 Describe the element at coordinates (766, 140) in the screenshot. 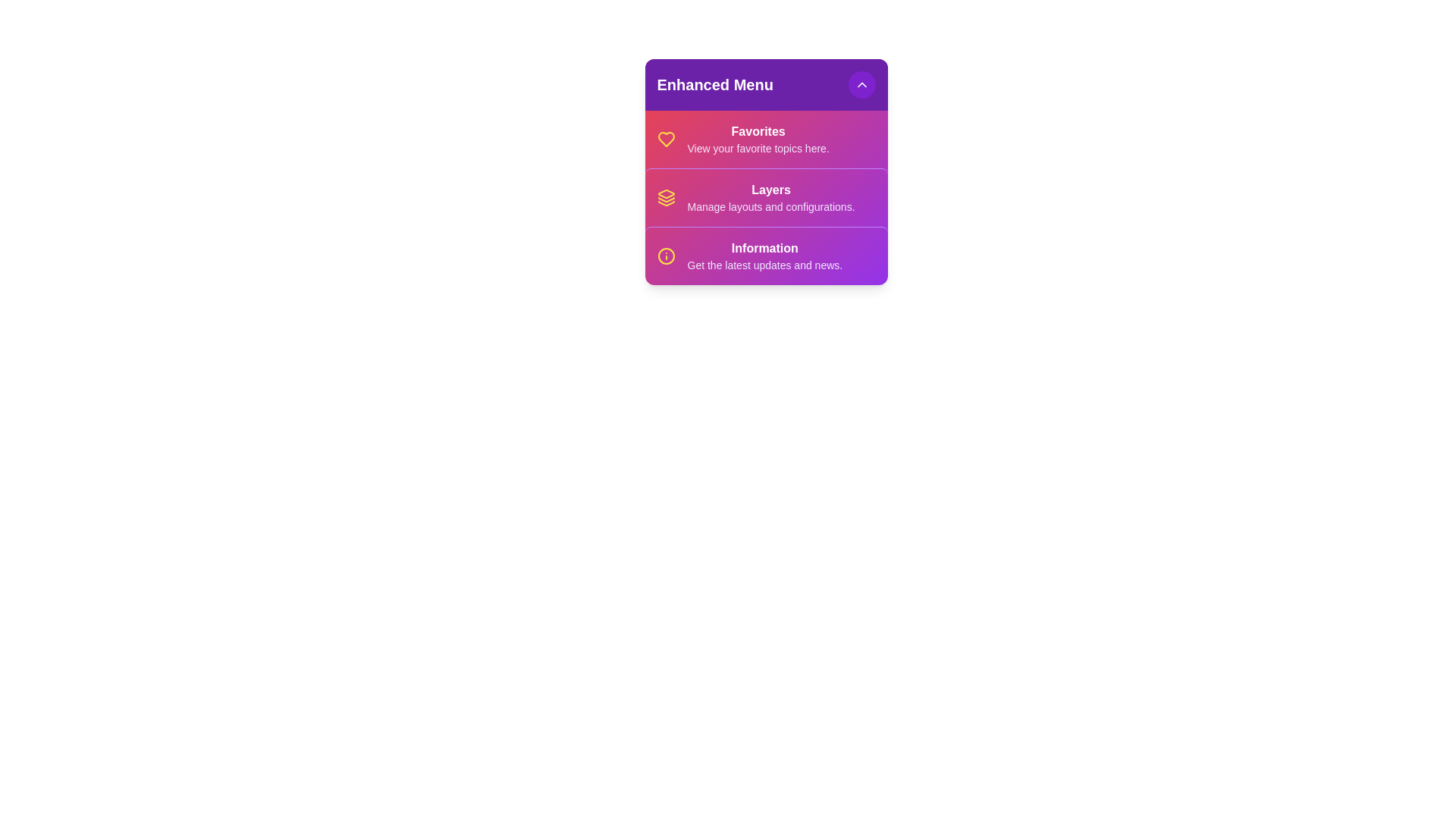

I see `the menu item Favorites to view its hover effect` at that location.